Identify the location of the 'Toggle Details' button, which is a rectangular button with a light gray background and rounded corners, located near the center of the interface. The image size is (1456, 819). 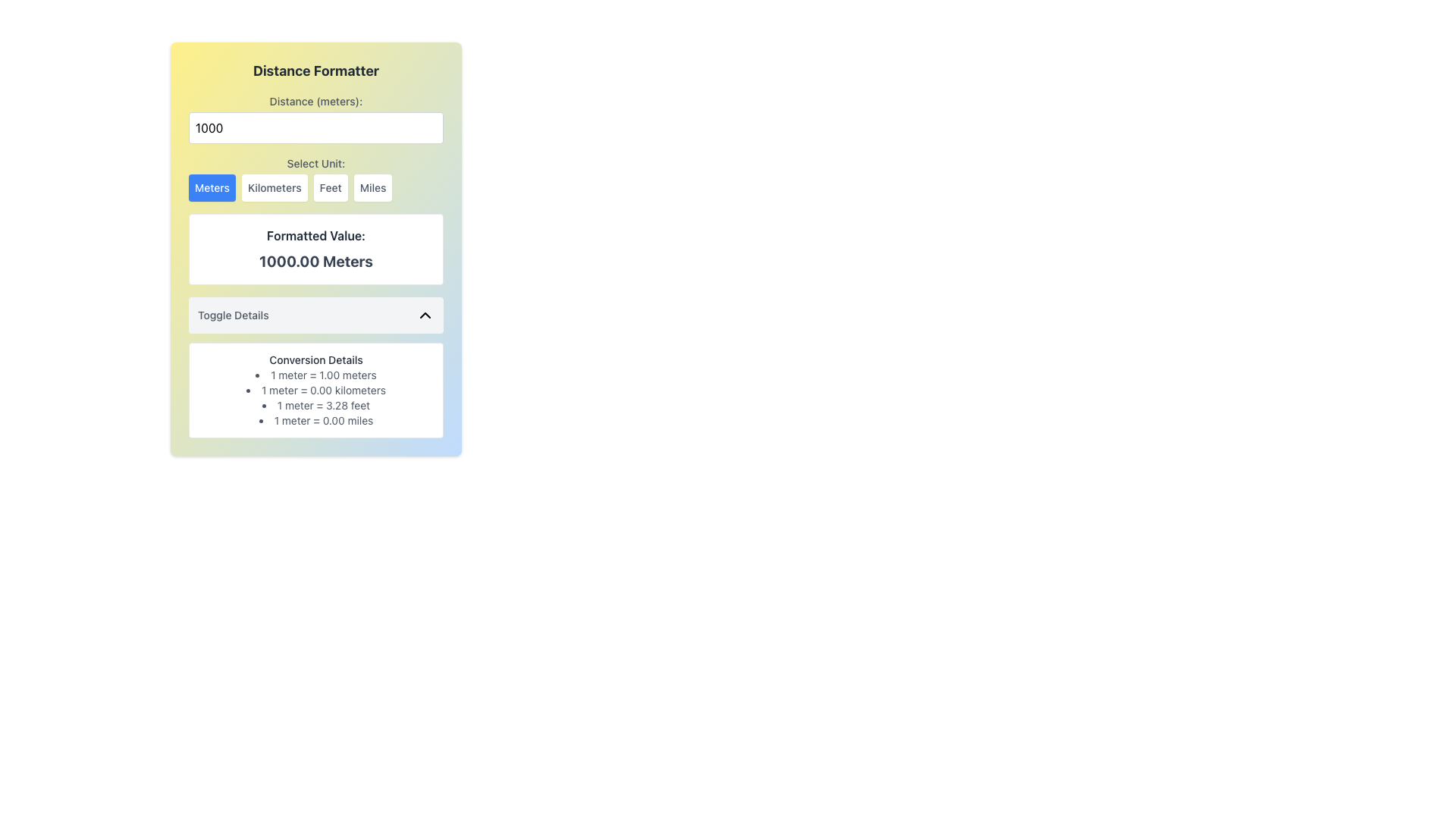
(315, 315).